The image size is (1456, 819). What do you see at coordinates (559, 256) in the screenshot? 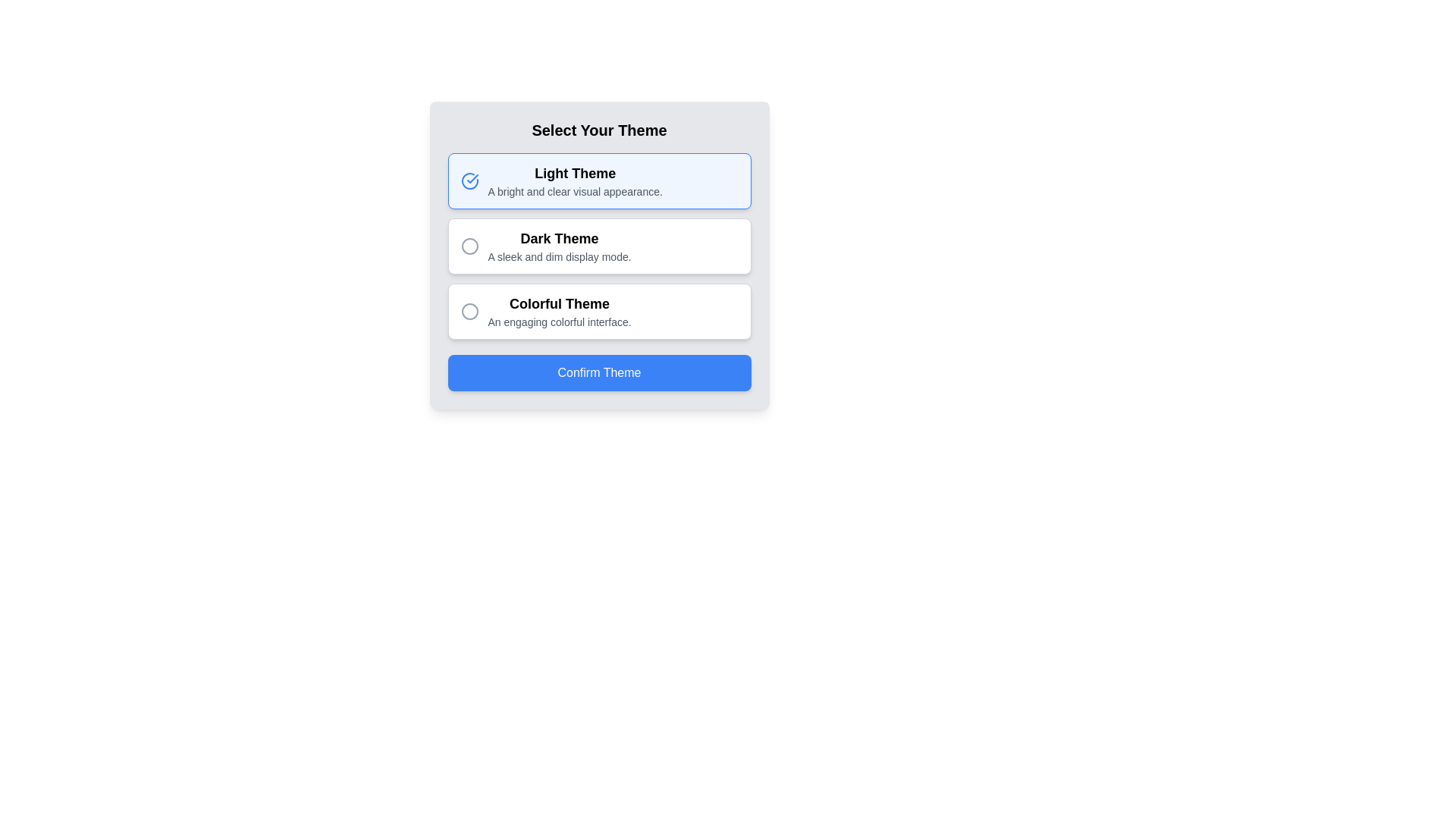
I see `the text label stating 'A sleek and dim display mode', which is styled in gray and located below the title 'Dark Theme'` at bounding box center [559, 256].